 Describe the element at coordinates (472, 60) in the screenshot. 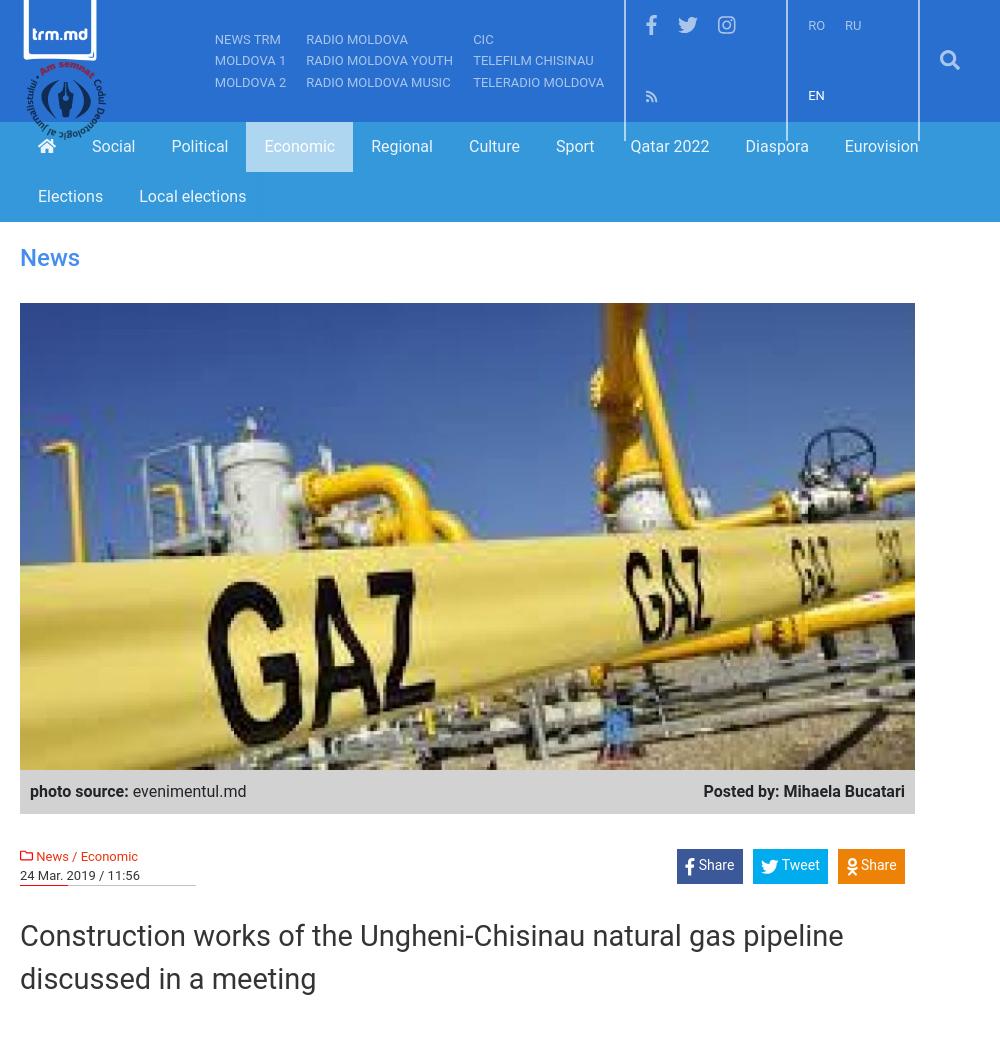

I see `'TeleFilm Chisinau'` at that location.